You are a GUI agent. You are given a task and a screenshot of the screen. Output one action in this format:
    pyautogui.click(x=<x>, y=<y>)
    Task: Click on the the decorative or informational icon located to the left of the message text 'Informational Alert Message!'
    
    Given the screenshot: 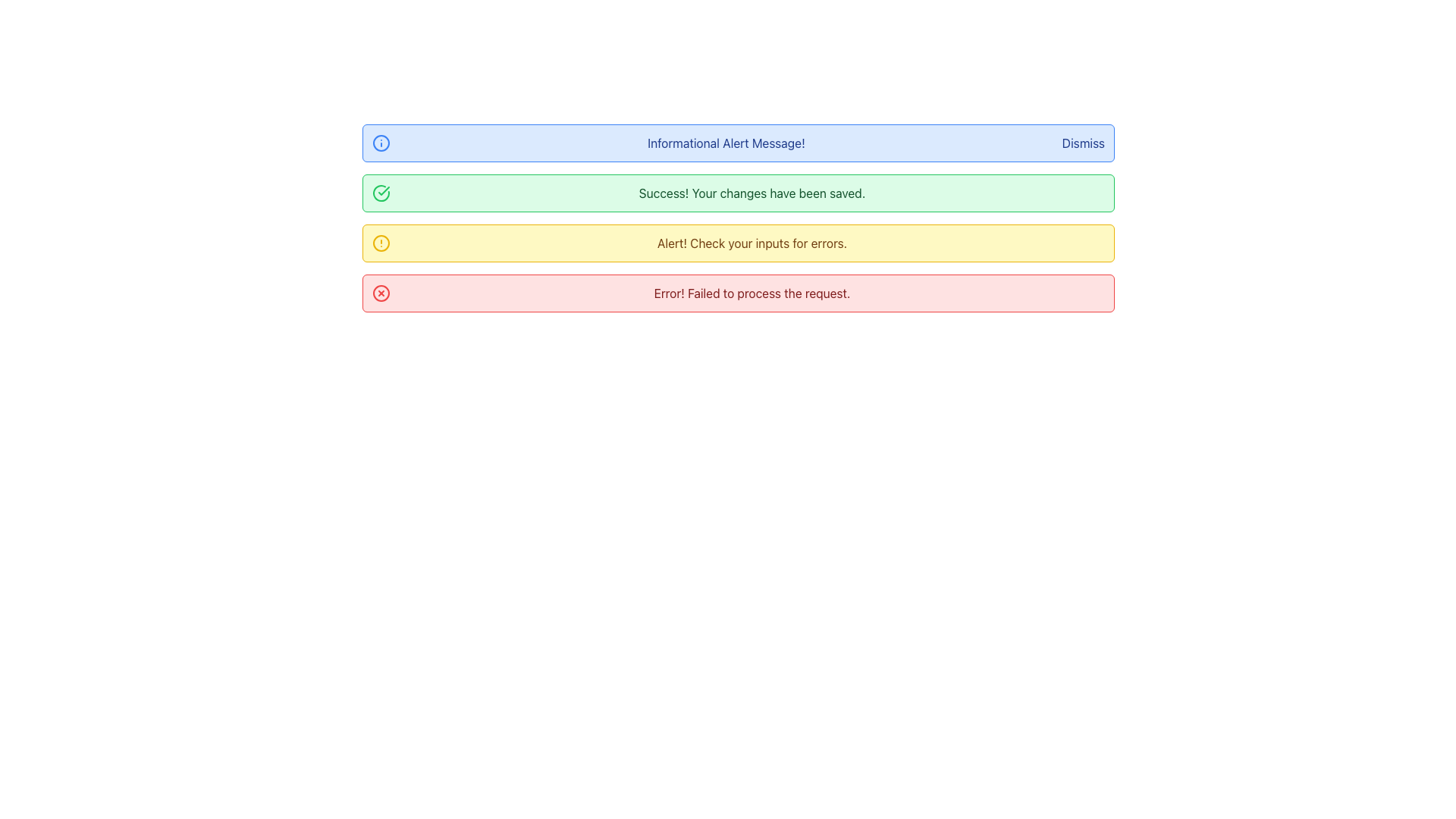 What is the action you would take?
    pyautogui.click(x=381, y=143)
    